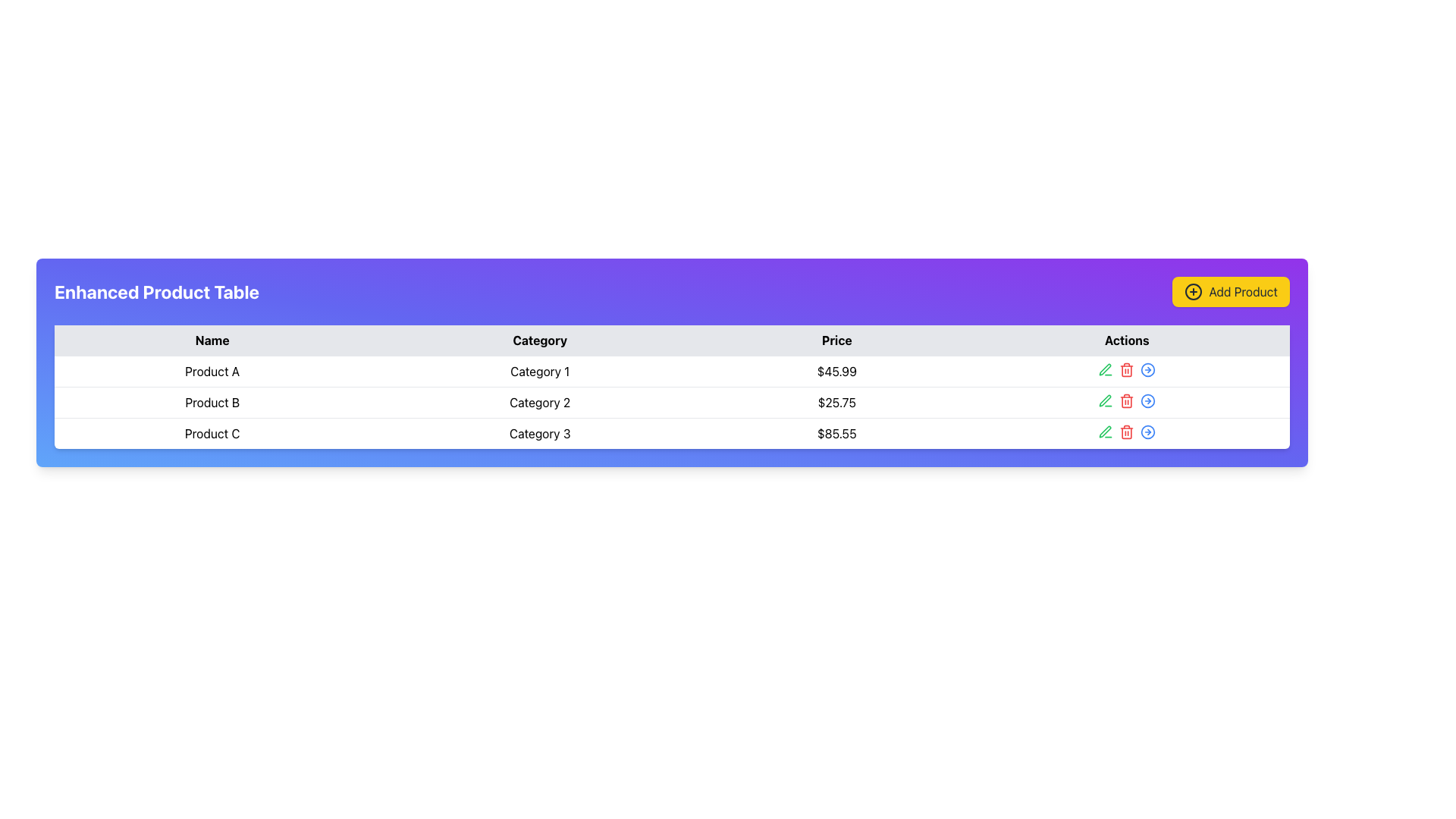 The width and height of the screenshot is (1456, 819). I want to click on the delete icon in the 'Actions' column of the product table, so click(1127, 400).